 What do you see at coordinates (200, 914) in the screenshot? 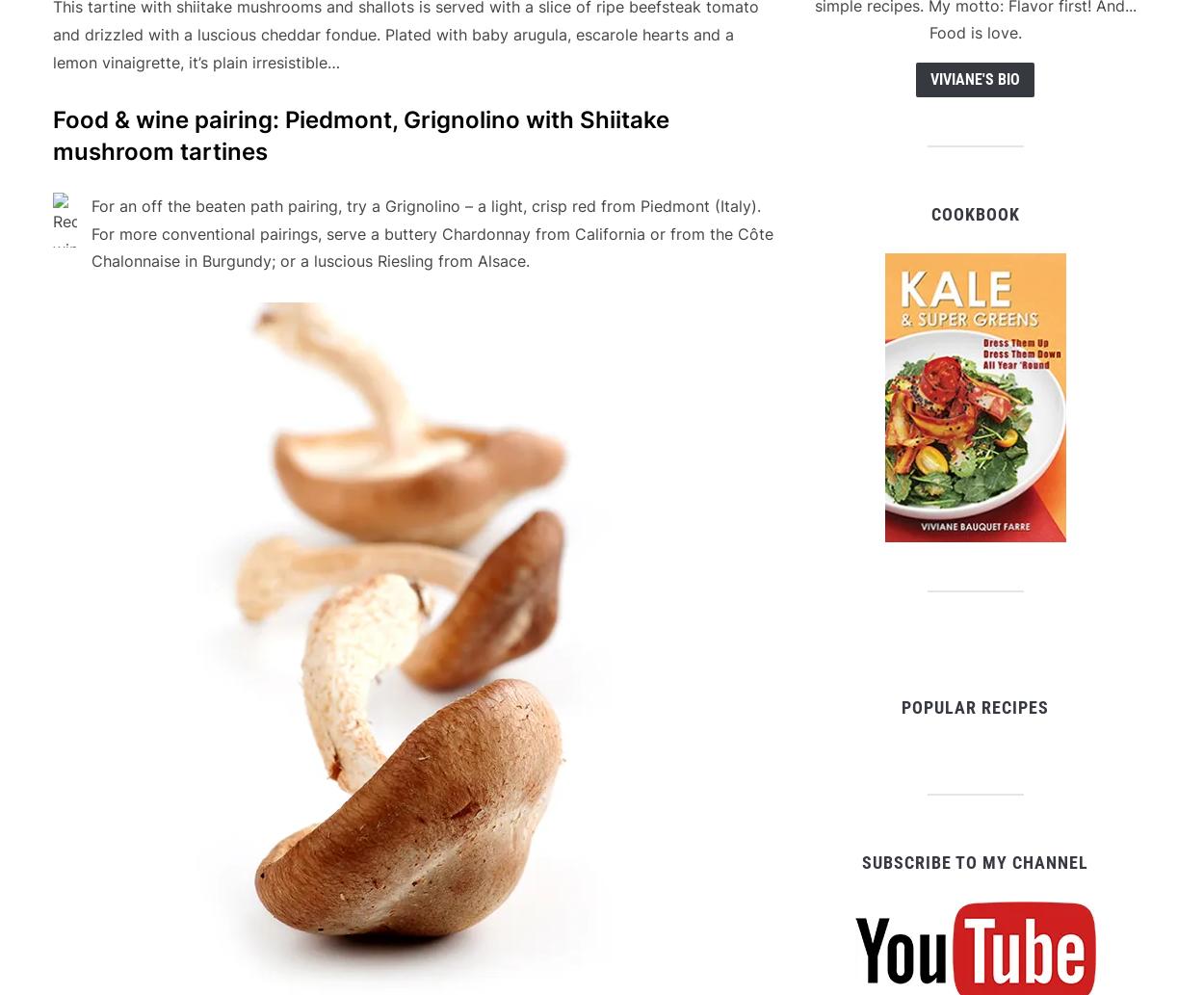
I see `'Grilling'` at bounding box center [200, 914].